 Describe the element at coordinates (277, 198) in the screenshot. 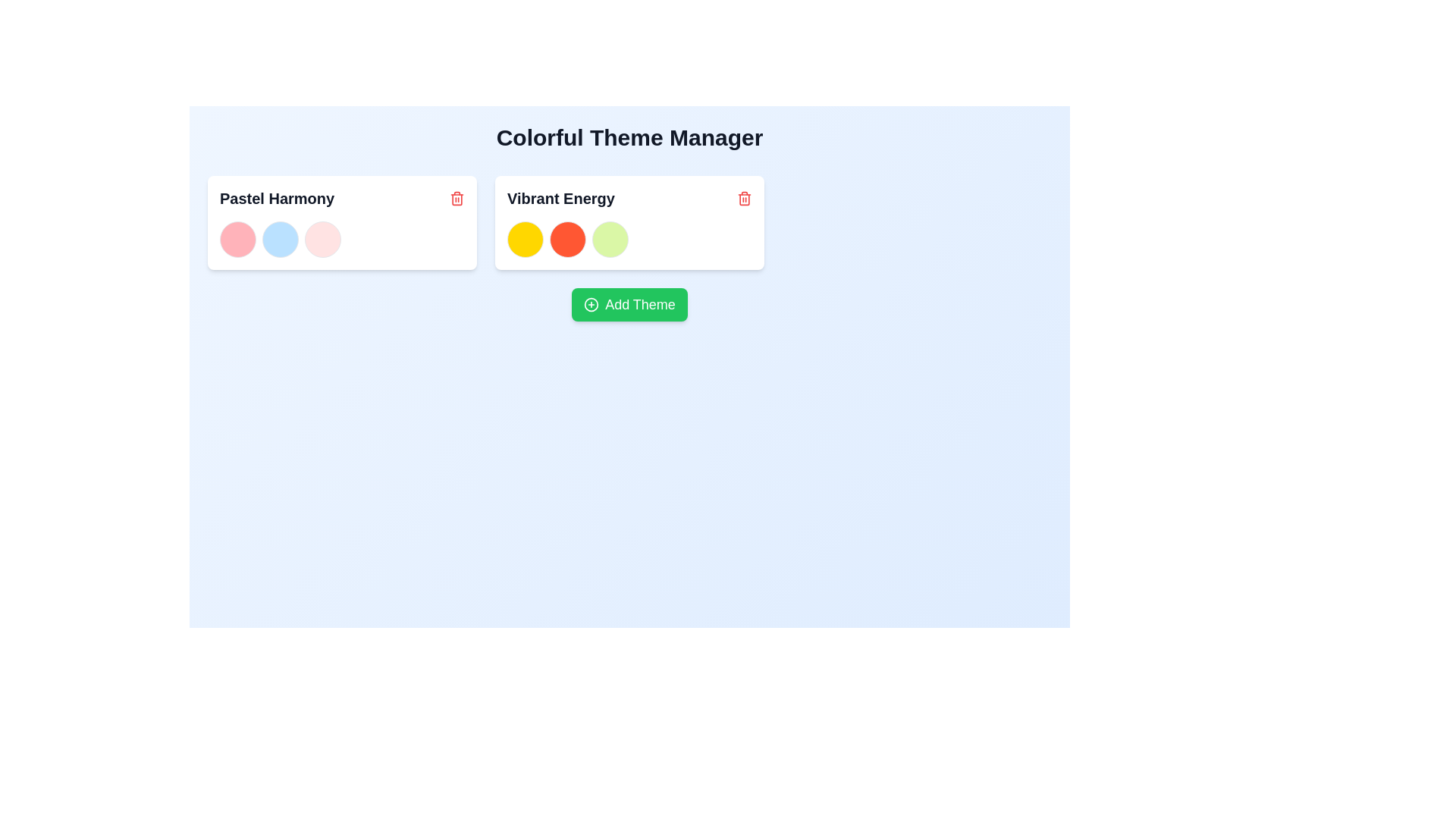

I see `the text label that displays the title or name of a theme or section, located in the top-left corner of the interface above three circular color swatches and to the left of a trash icon` at that location.